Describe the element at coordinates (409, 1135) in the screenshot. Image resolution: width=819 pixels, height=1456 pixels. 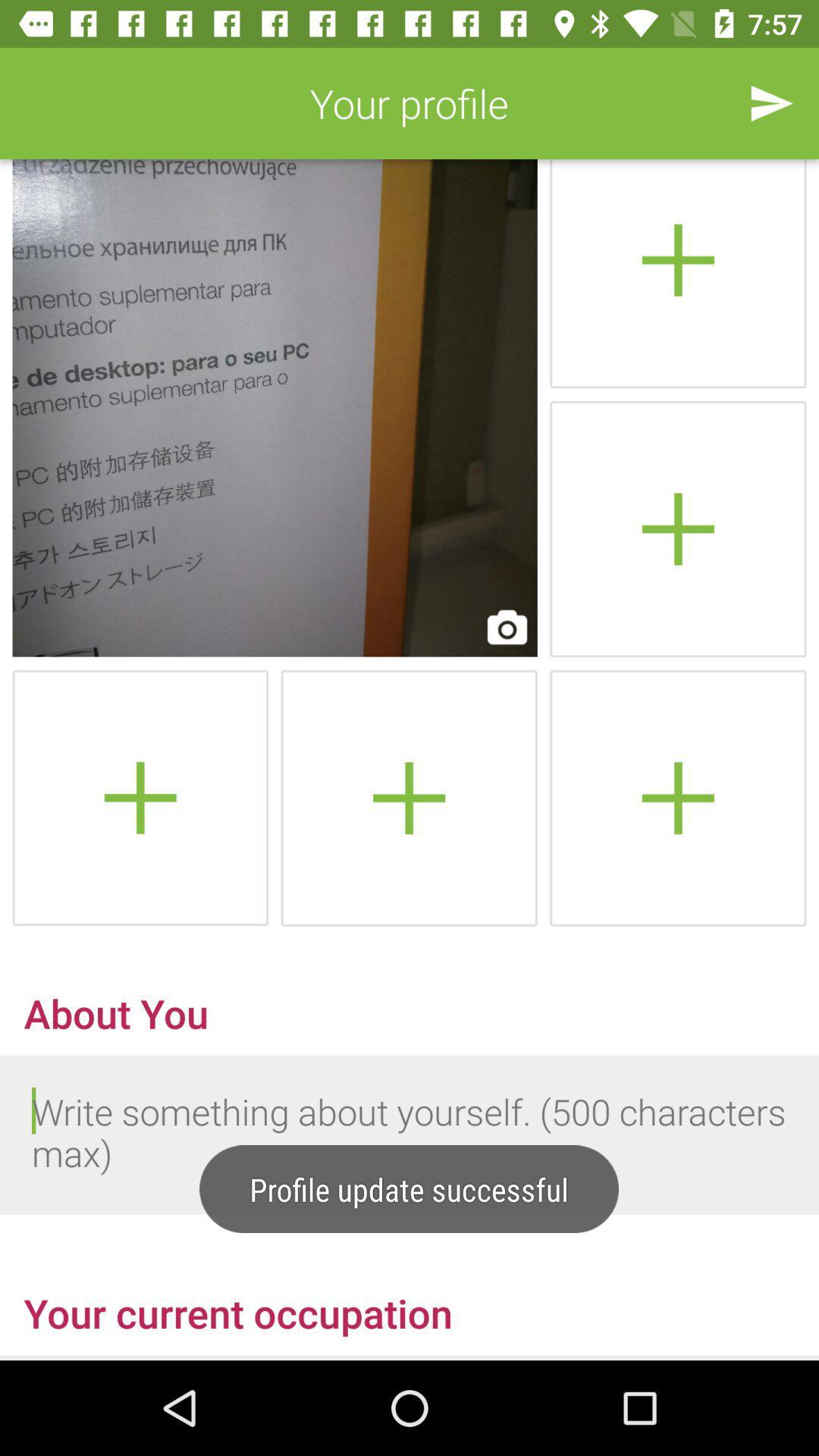
I see `write entry` at that location.